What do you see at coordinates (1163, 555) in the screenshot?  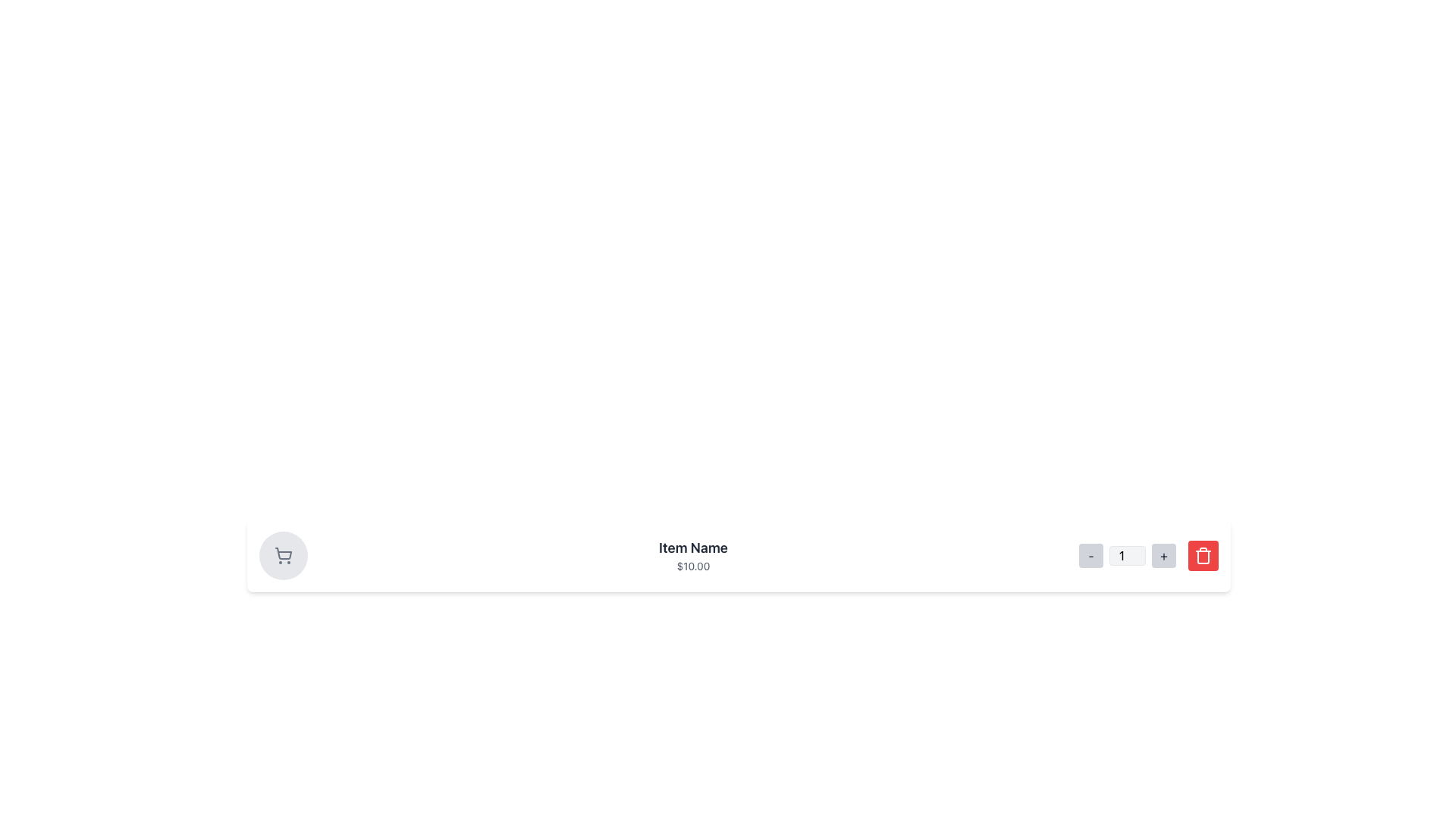 I see `the plus button located to the right of the numeric input field to increment the displayed value` at bounding box center [1163, 555].